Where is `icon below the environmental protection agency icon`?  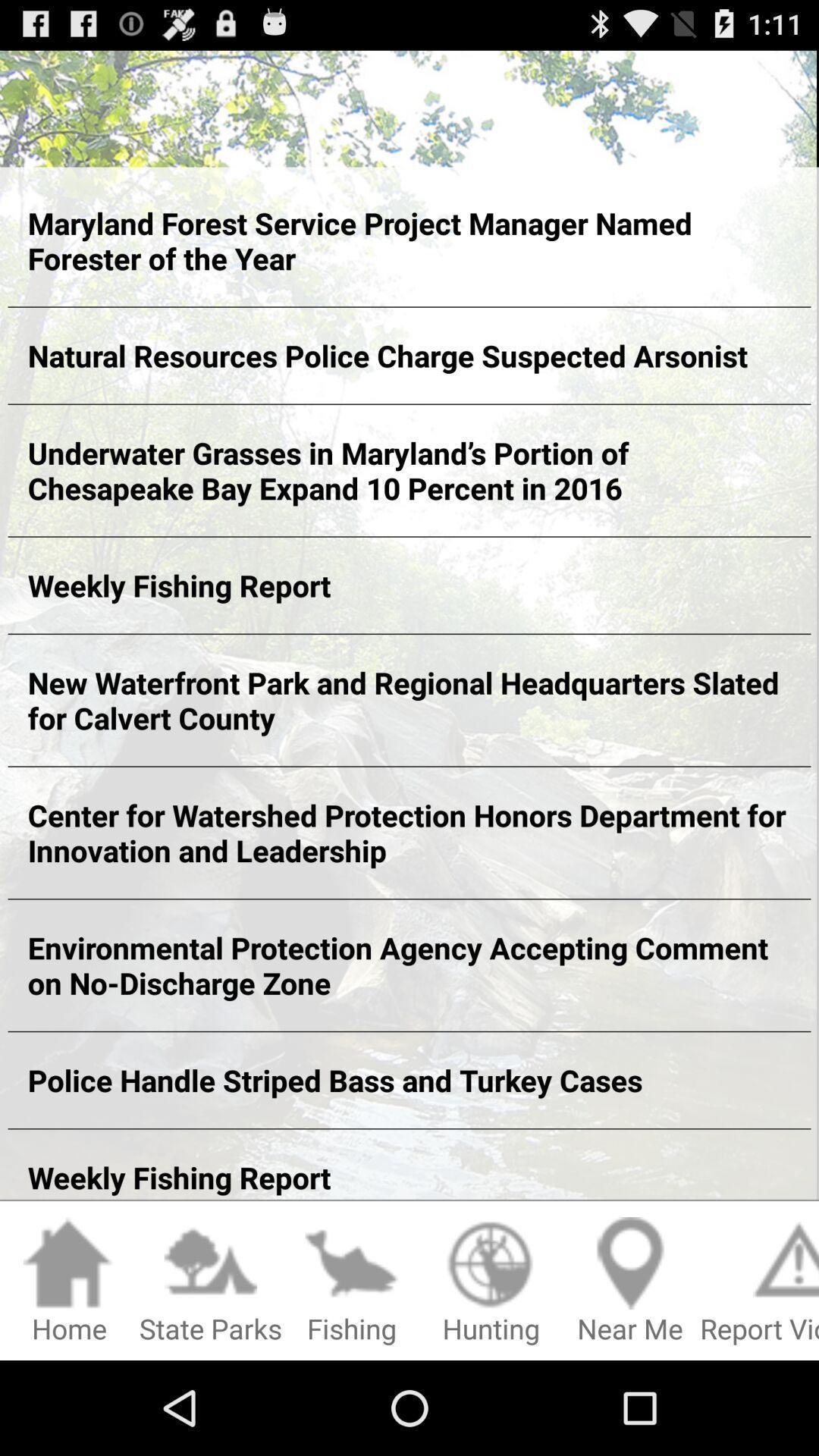 icon below the environmental protection agency icon is located at coordinates (409, 1079).